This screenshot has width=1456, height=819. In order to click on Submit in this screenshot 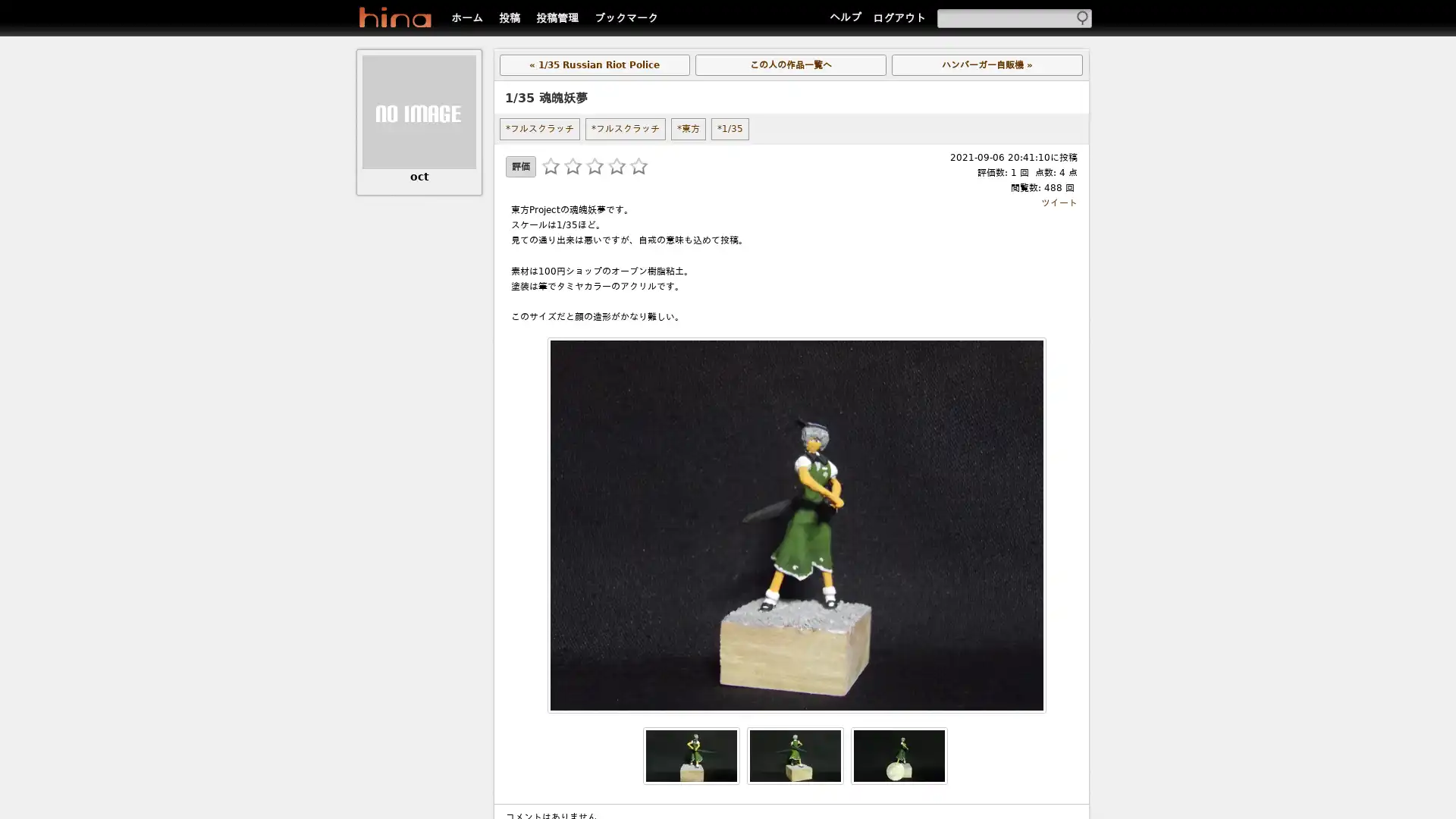, I will do `click(1081, 17)`.